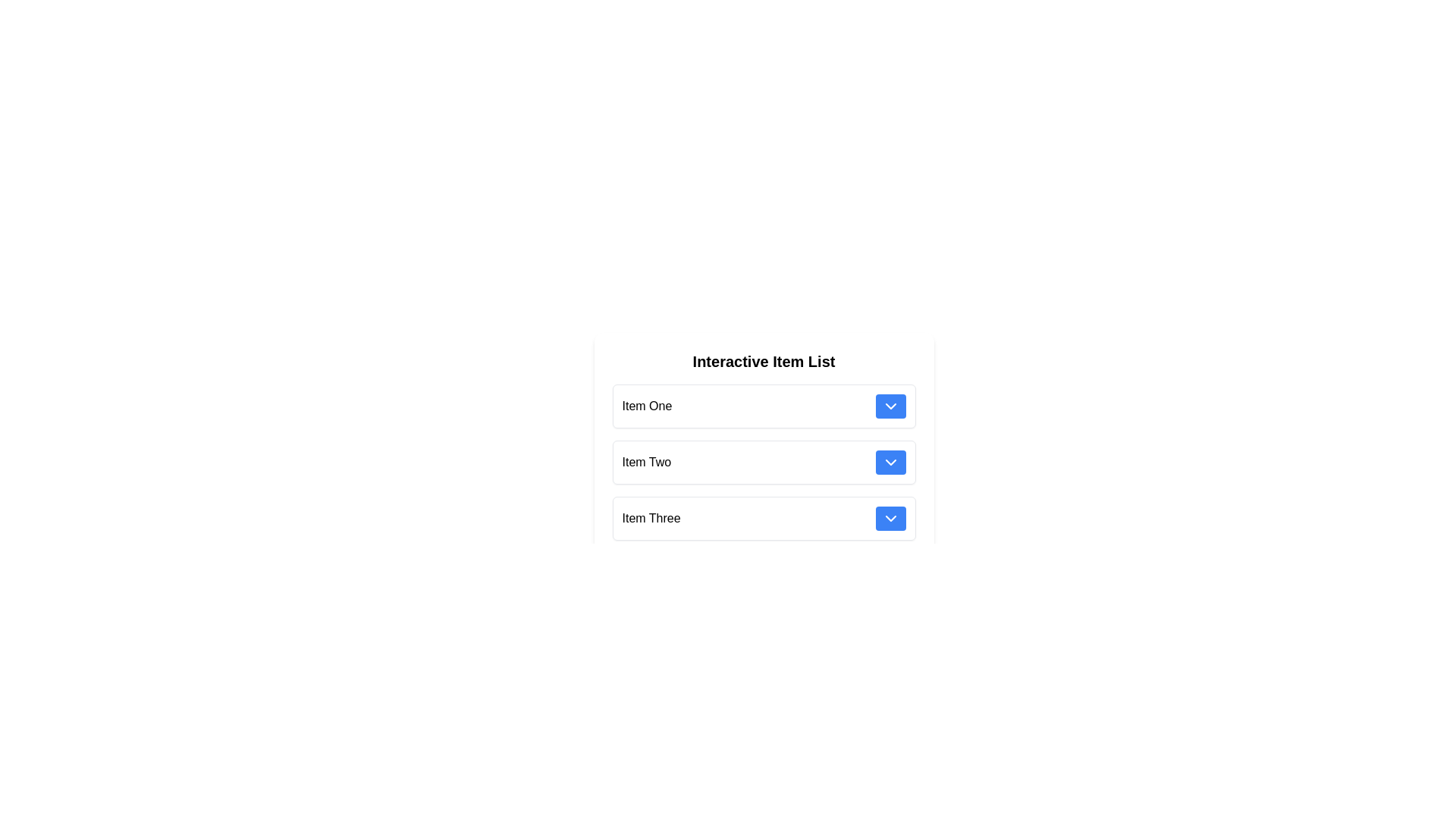  What do you see at coordinates (764, 362) in the screenshot?
I see `the heading or label text that serves as the title for the items 'Item One', 'Item Two', and 'Item Three'` at bounding box center [764, 362].